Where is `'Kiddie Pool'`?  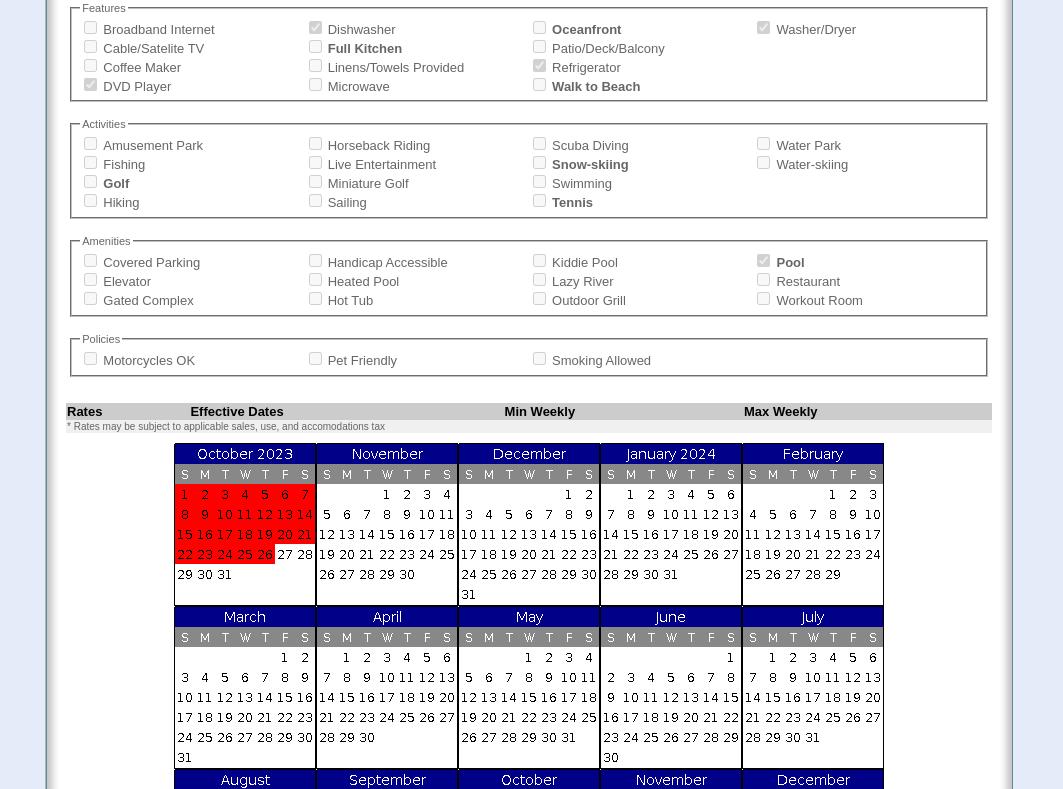 'Kiddie Pool' is located at coordinates (583, 262).